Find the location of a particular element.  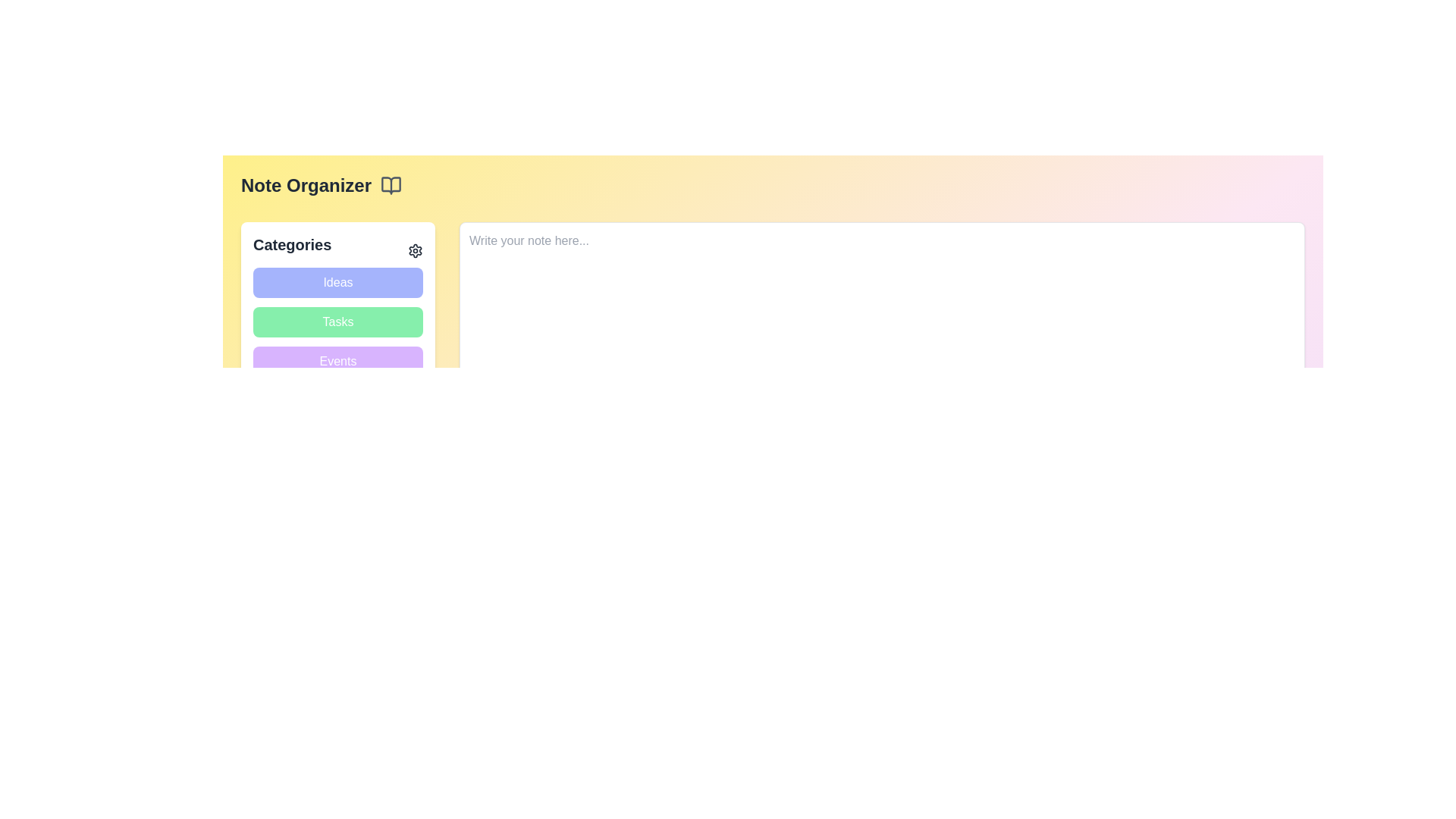

the settings icon button located at the top-right corner of the 'Categories' panel is located at coordinates (415, 250).